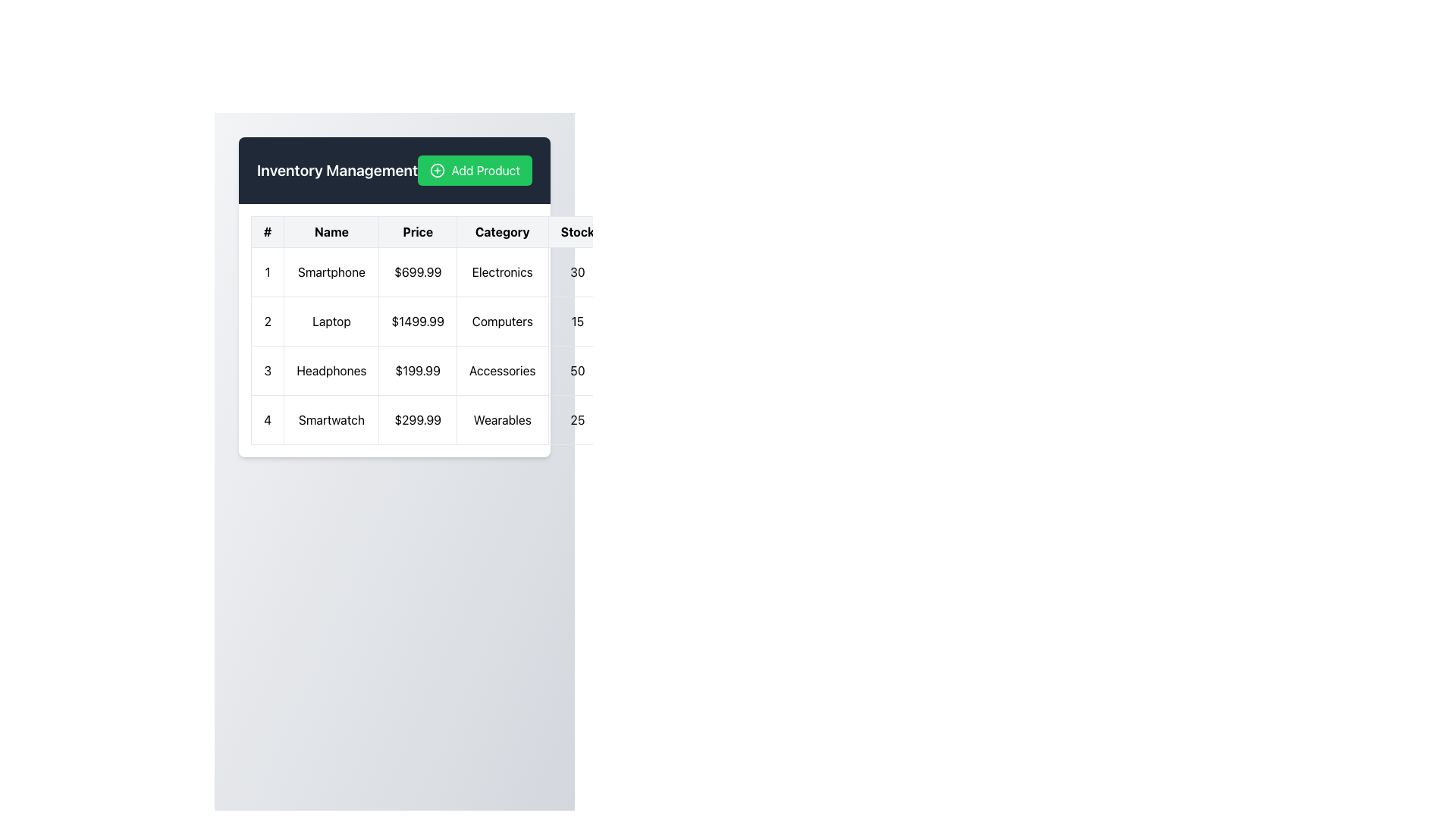 Image resolution: width=1456 pixels, height=819 pixels. What do you see at coordinates (418, 420) in the screenshot?
I see `the 'Price' text cell in the fourth row of the table, which displays the price of the item in the same row, following the 'Smartwatch' entry` at bounding box center [418, 420].